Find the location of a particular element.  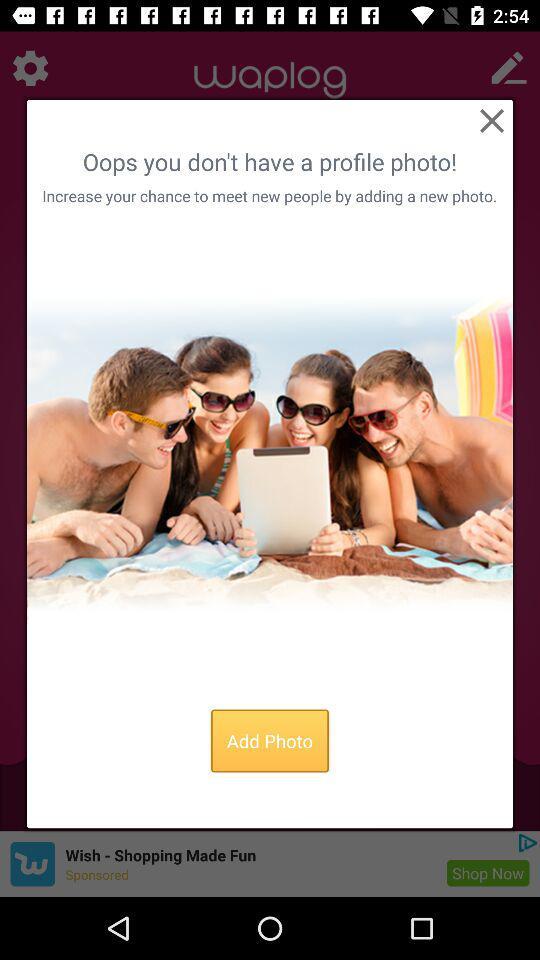

item at the bottom is located at coordinates (270, 740).